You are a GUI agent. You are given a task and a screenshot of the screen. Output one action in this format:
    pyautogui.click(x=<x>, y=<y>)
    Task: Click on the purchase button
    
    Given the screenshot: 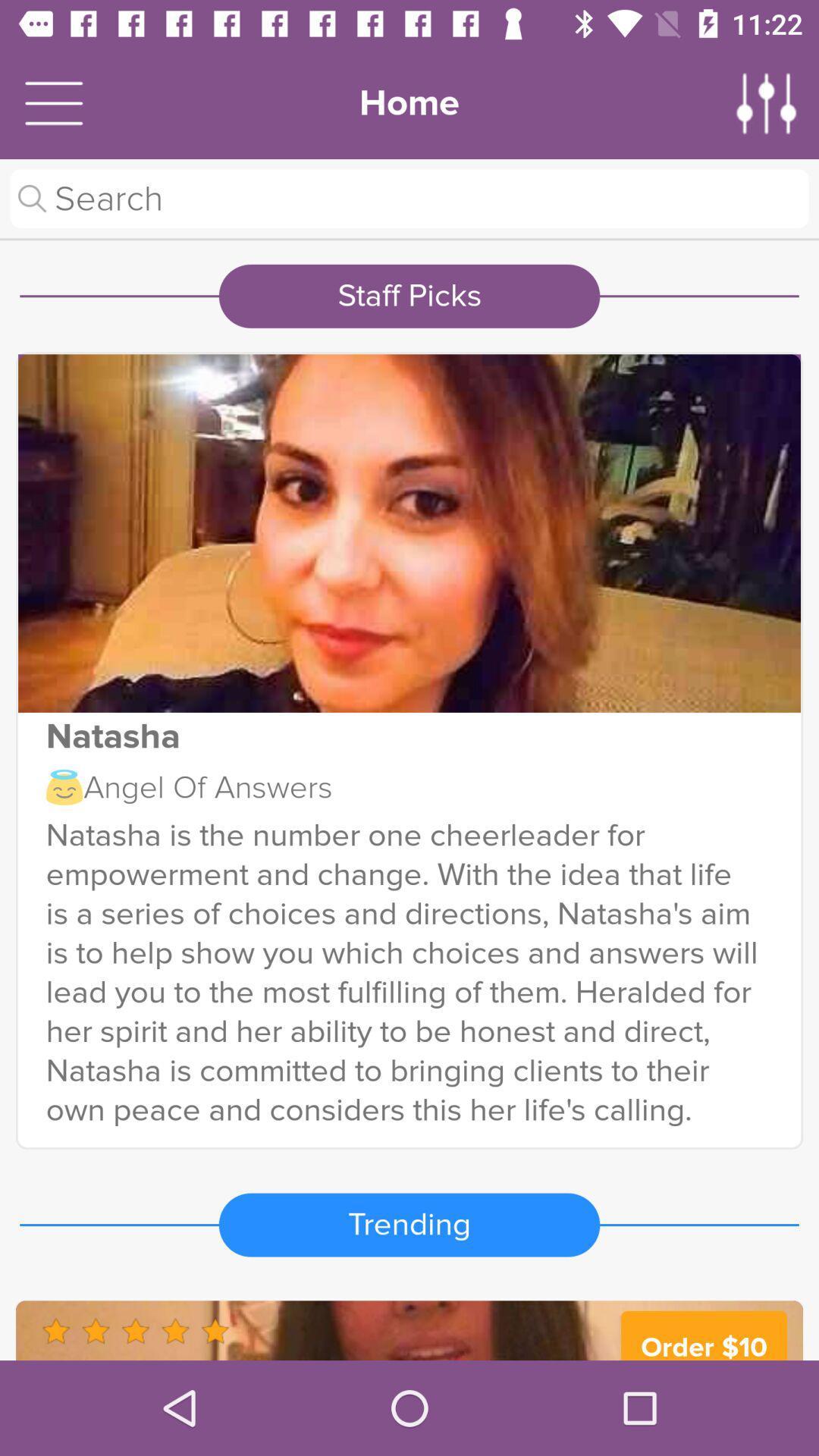 What is the action you would take?
    pyautogui.click(x=409, y=1329)
    